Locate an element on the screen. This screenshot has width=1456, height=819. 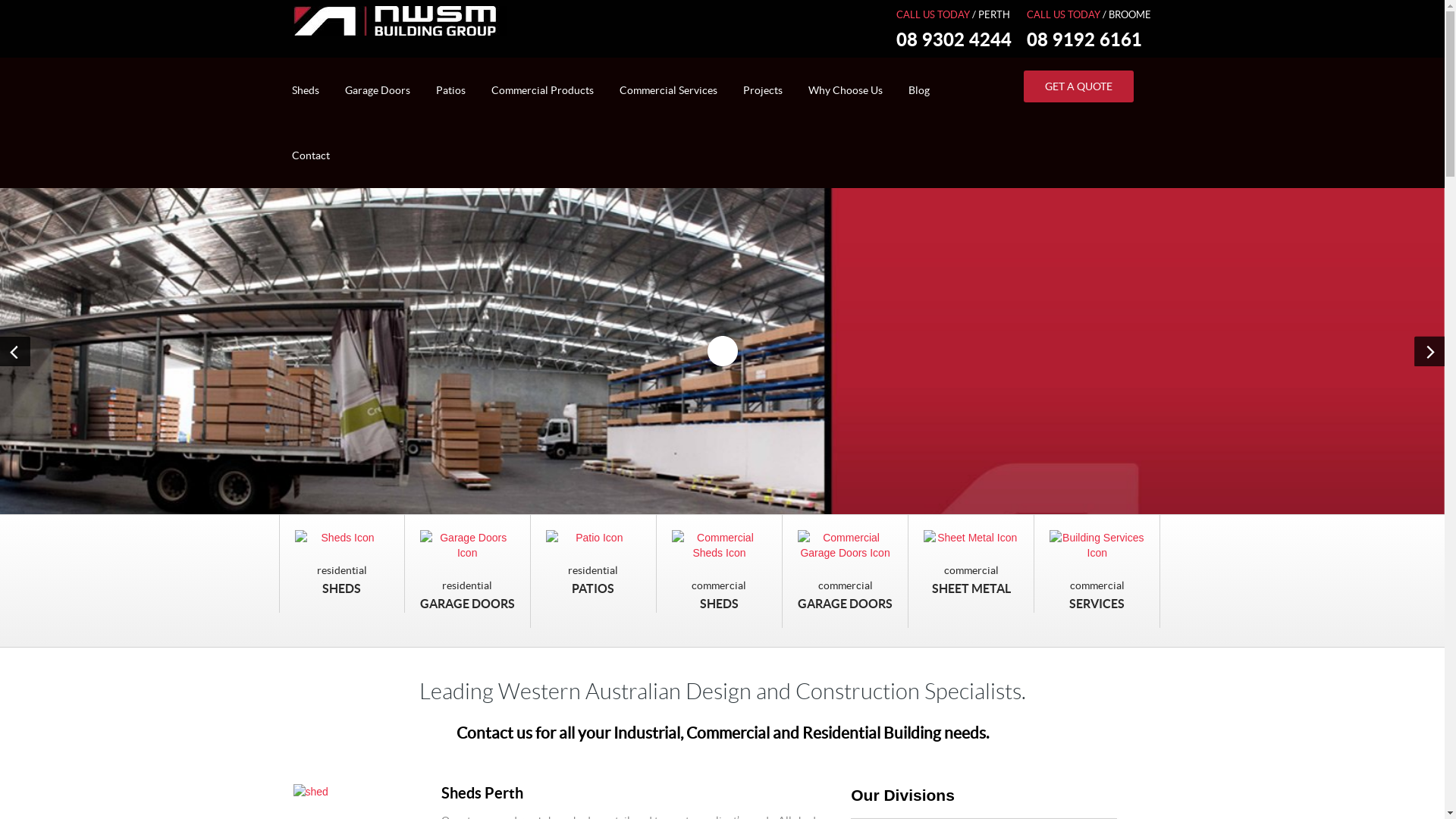
'commercial is located at coordinates (1097, 571).